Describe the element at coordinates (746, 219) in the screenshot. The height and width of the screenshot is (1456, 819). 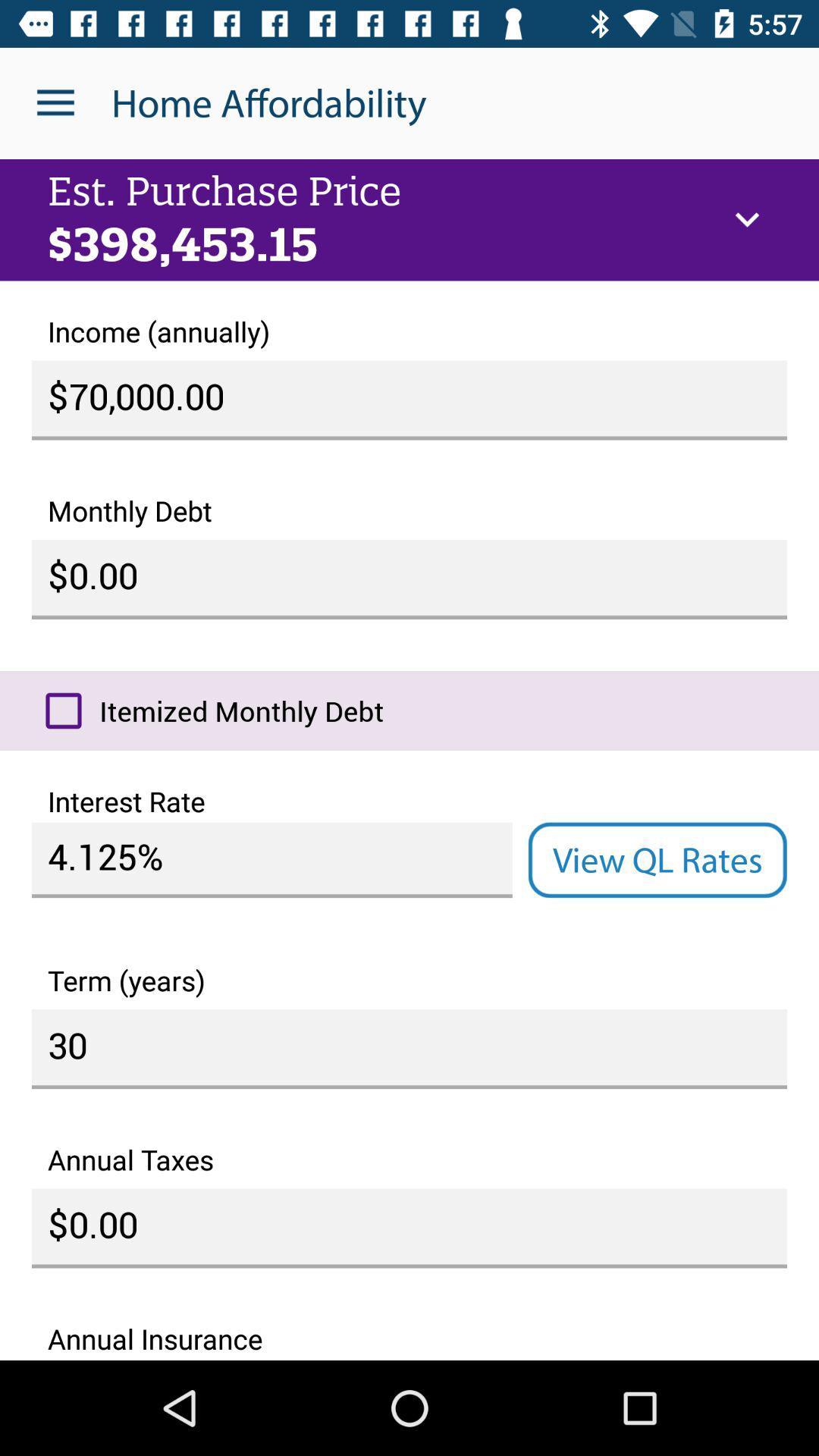
I see `icon next to est. purchase price` at that location.